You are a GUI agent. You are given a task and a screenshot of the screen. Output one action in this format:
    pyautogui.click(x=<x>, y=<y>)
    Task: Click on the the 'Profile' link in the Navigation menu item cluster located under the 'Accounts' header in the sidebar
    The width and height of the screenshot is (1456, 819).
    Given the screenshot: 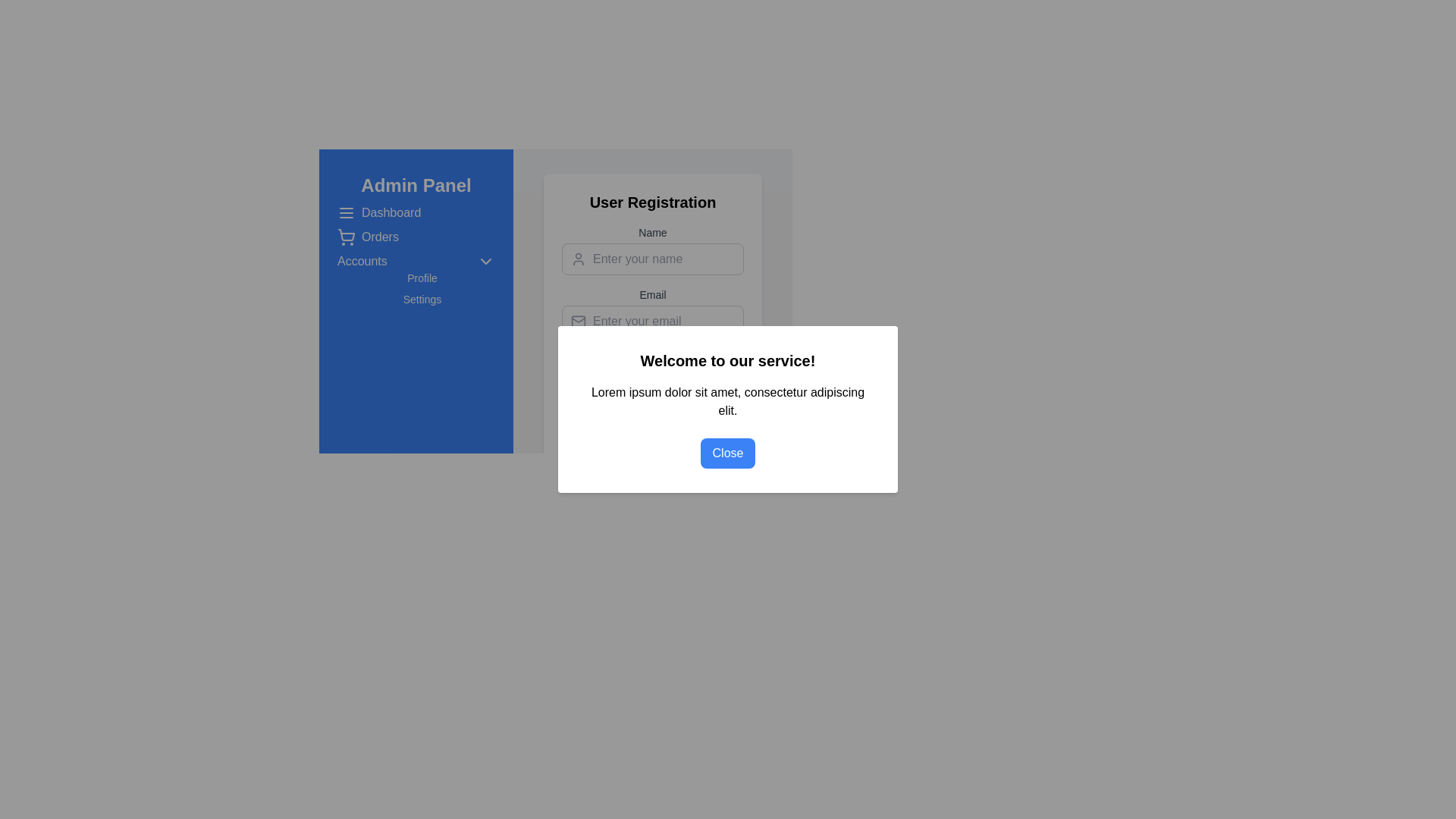 What is the action you would take?
    pyautogui.click(x=422, y=289)
    